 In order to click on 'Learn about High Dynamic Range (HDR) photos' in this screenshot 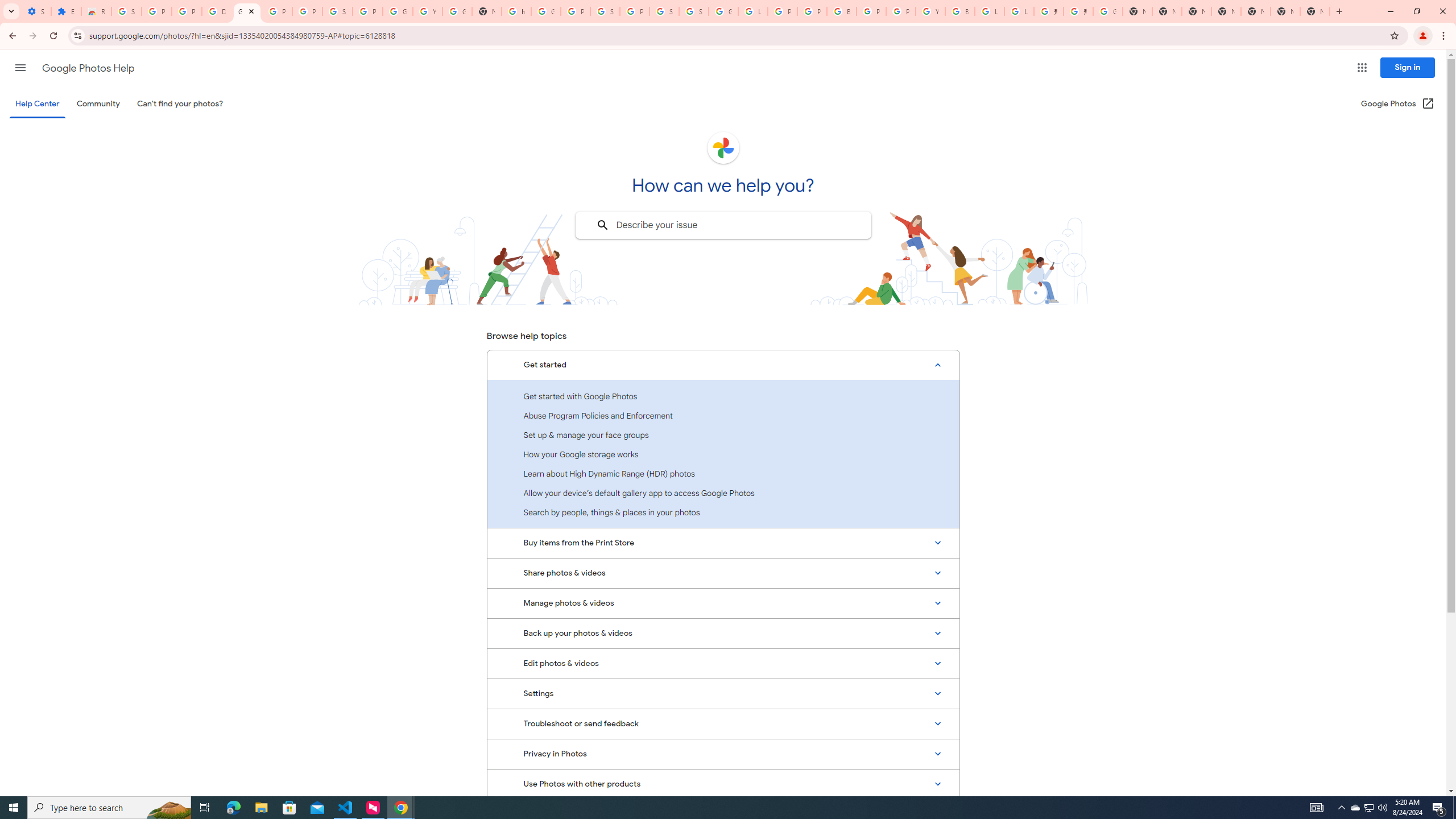, I will do `click(723, 473)`.